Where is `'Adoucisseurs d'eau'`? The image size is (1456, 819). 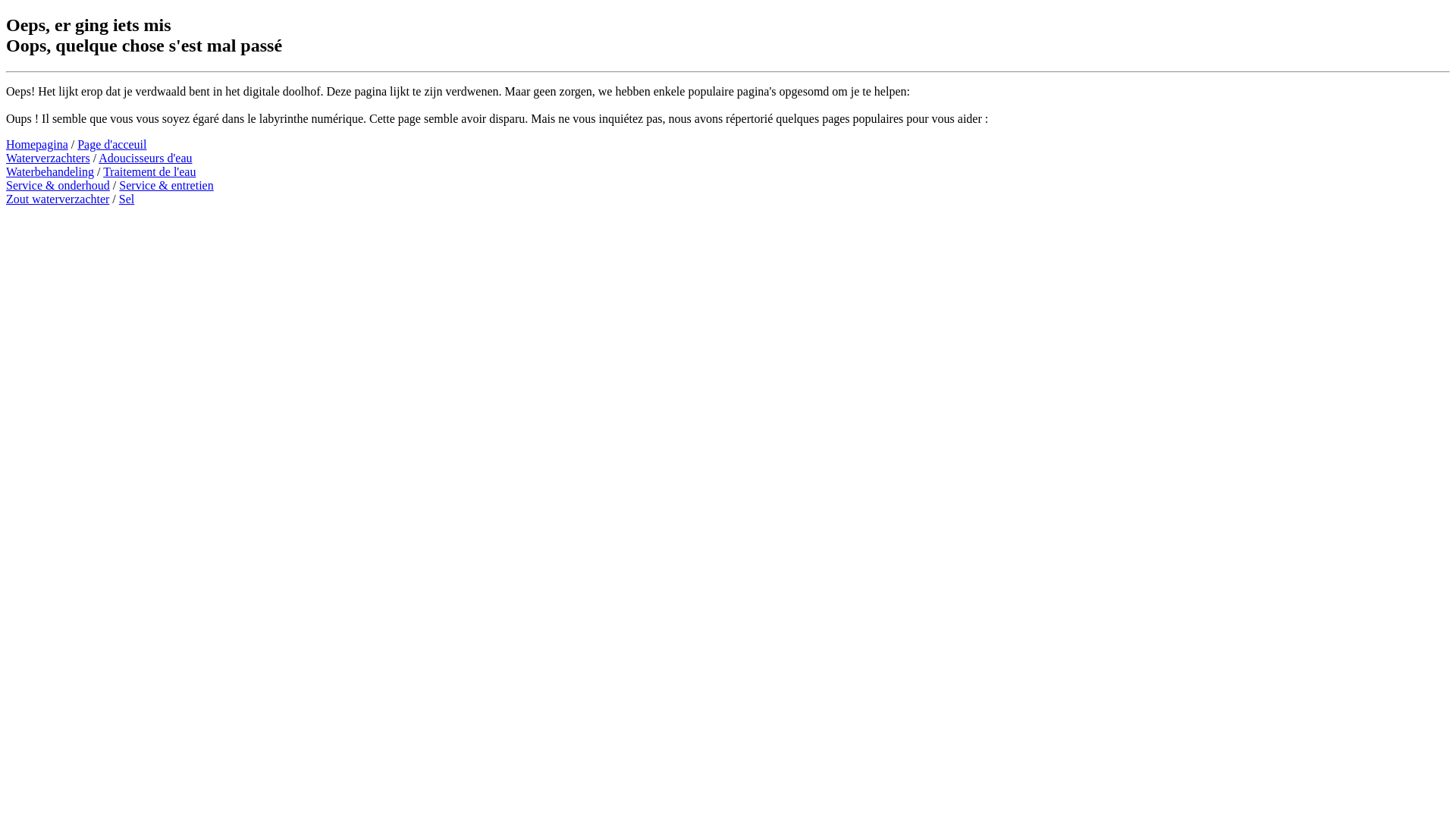 'Adoucisseurs d'eau' is located at coordinates (145, 158).